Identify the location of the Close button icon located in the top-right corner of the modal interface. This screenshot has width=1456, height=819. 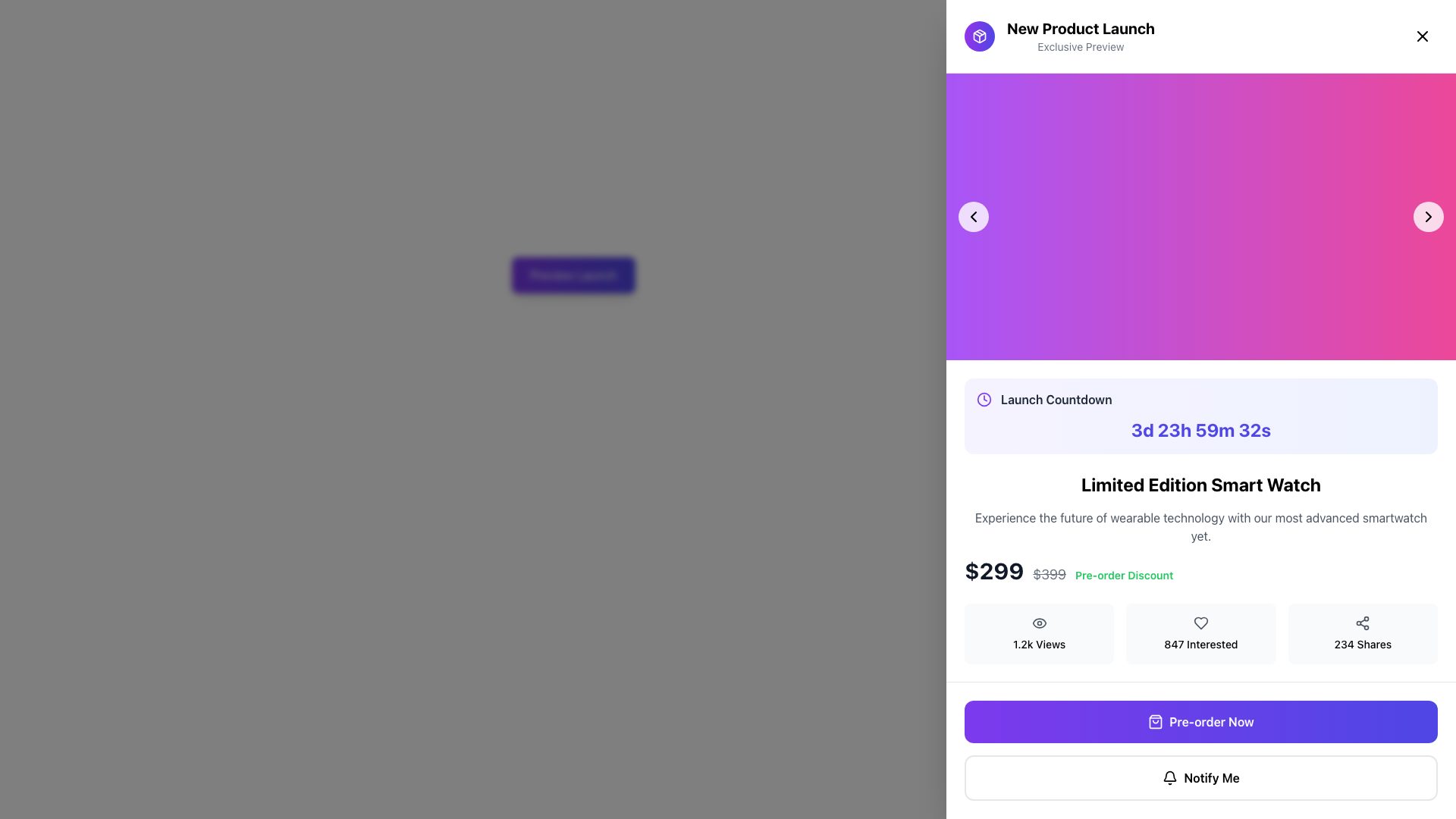
(1422, 35).